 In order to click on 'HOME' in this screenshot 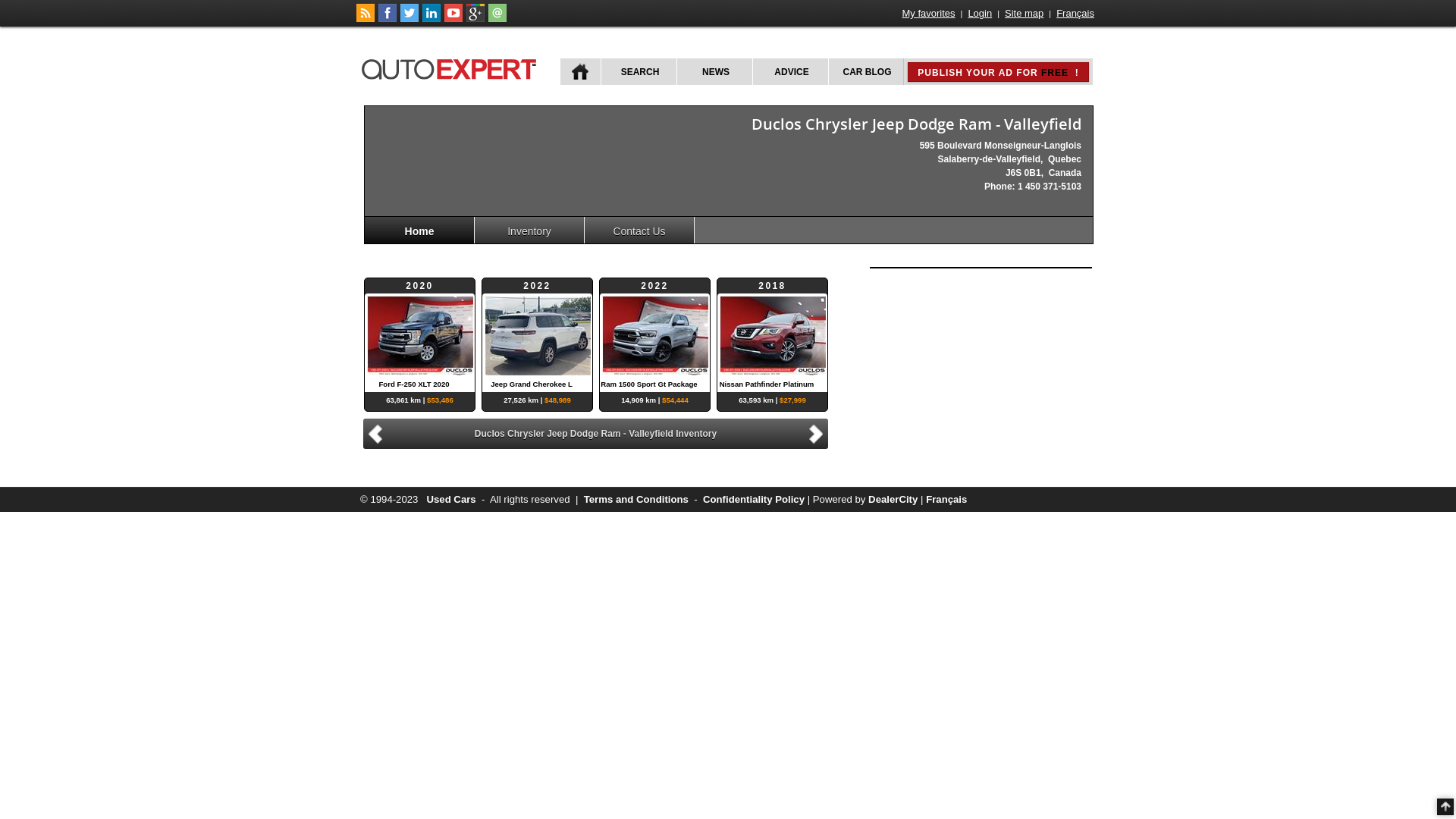, I will do `click(560, 71)`.